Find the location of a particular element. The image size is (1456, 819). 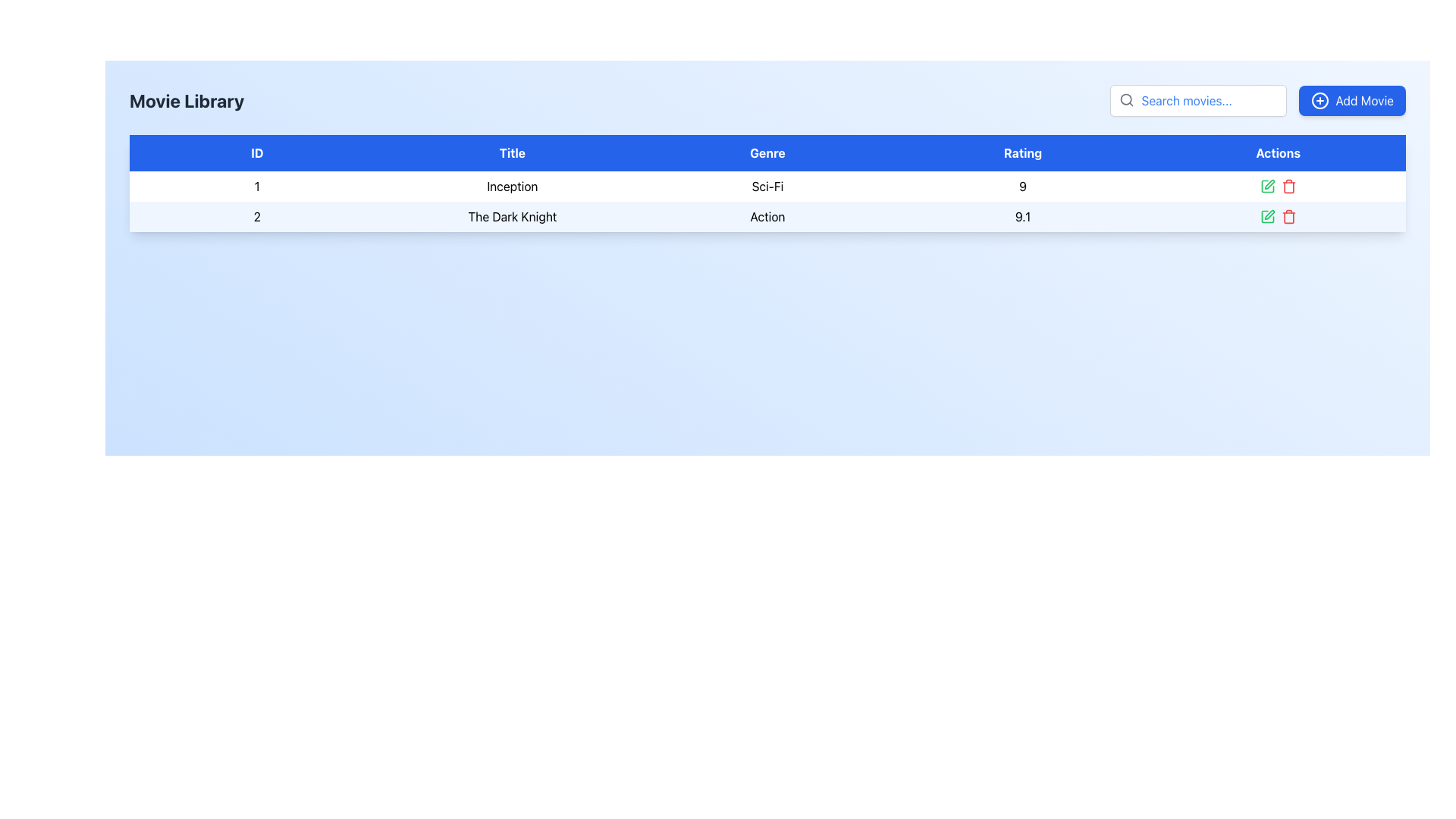

the 'Title' column header in the table, which is positioned between the 'ID' and 'Genre' columns is located at coordinates (512, 152).